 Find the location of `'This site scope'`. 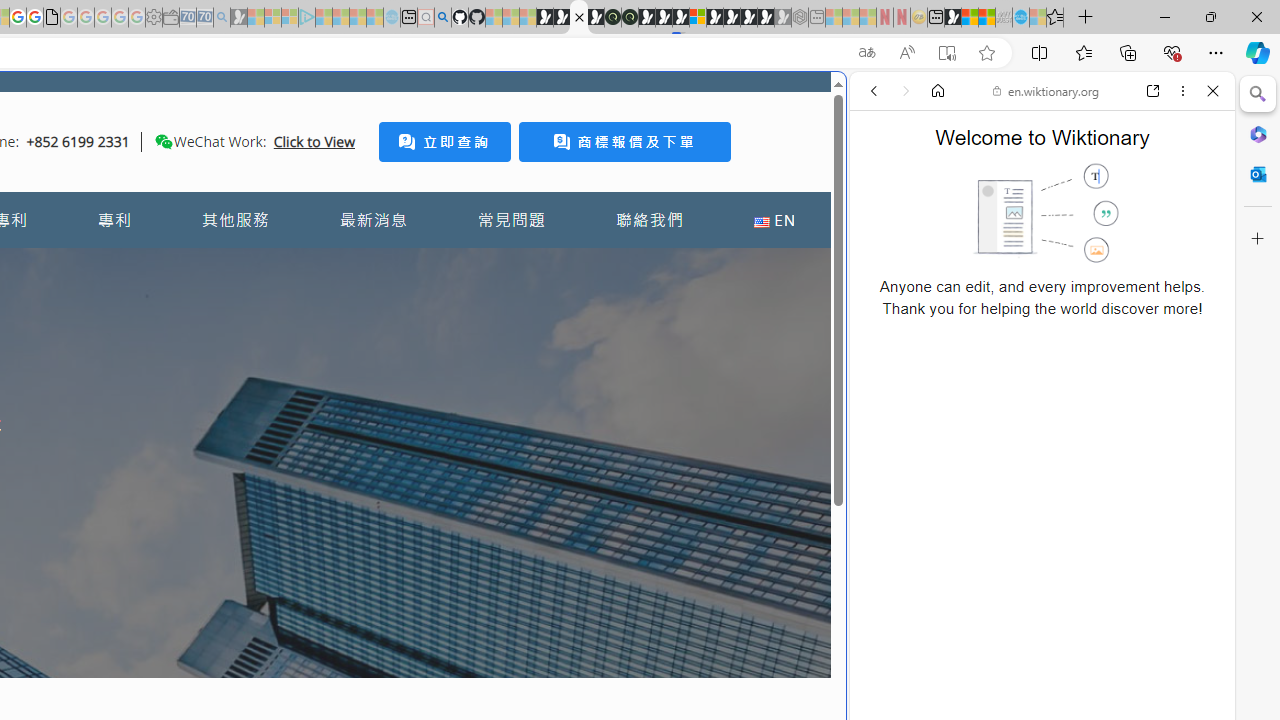

'This site scope' is located at coordinates (935, 180).